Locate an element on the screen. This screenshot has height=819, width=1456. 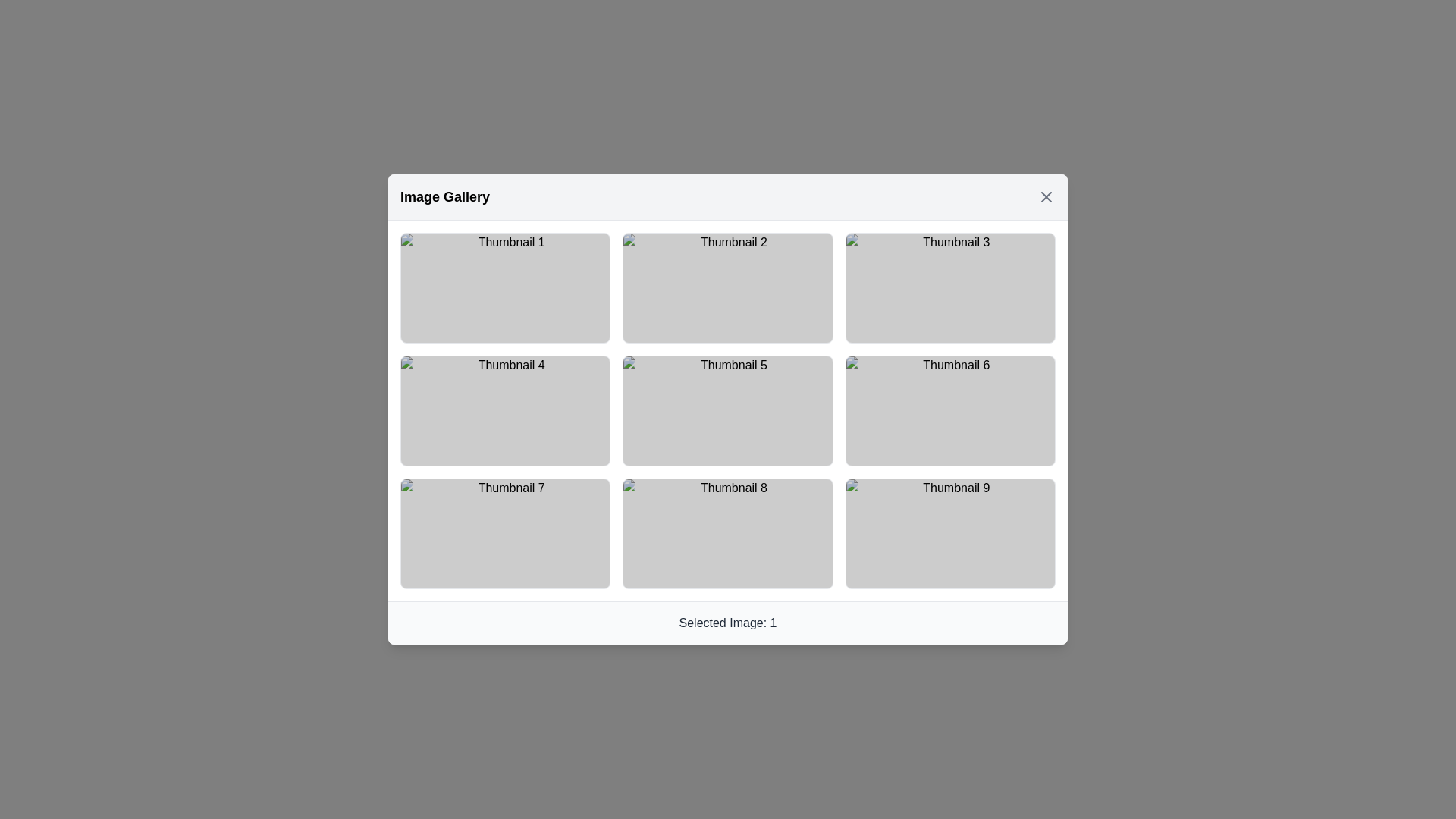
the state of the green circular checkmark icon located in the top-left corner thumbnail of the grid layout is located at coordinates (505, 288).